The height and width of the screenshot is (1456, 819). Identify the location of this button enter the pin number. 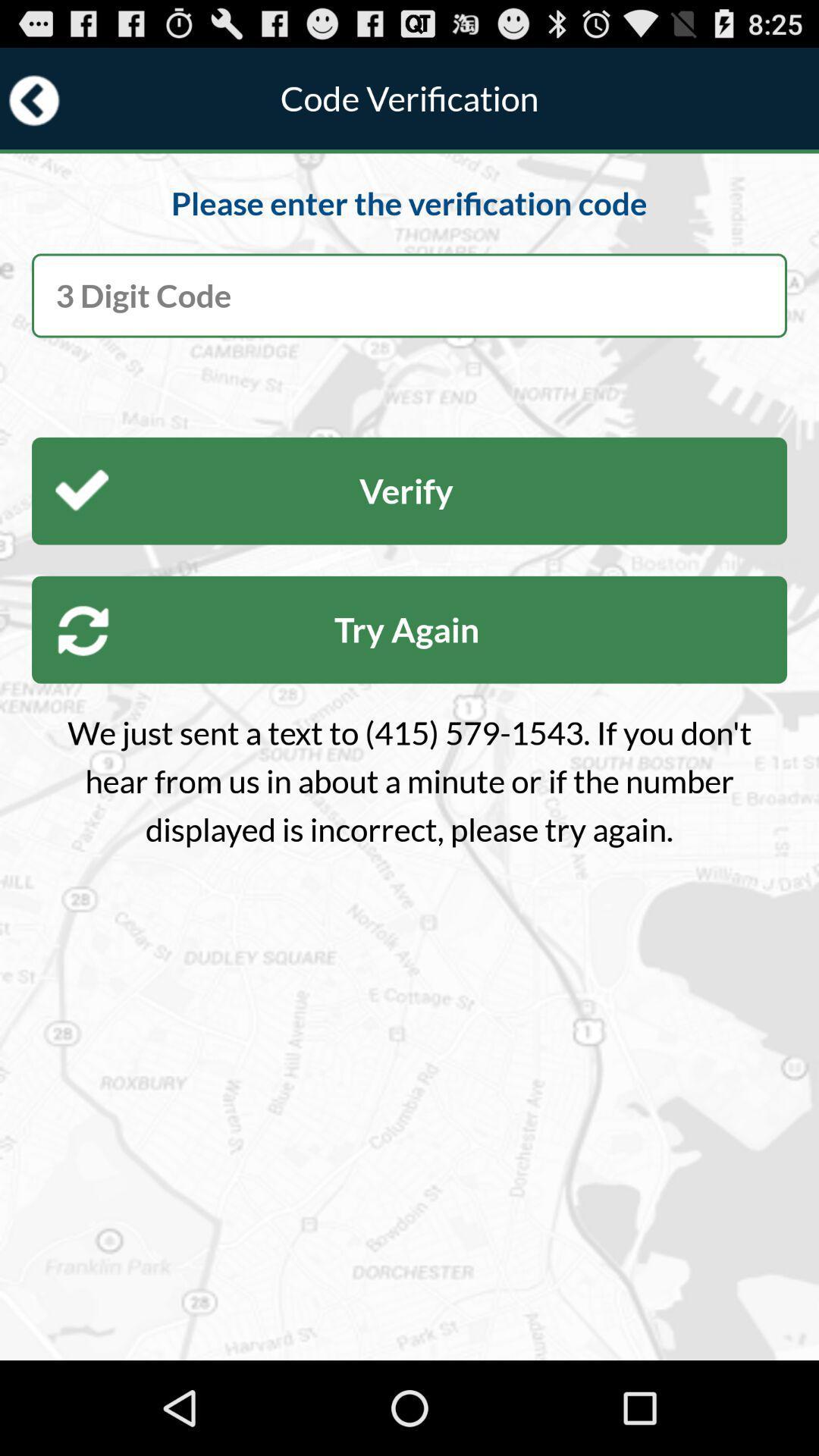
(409, 295).